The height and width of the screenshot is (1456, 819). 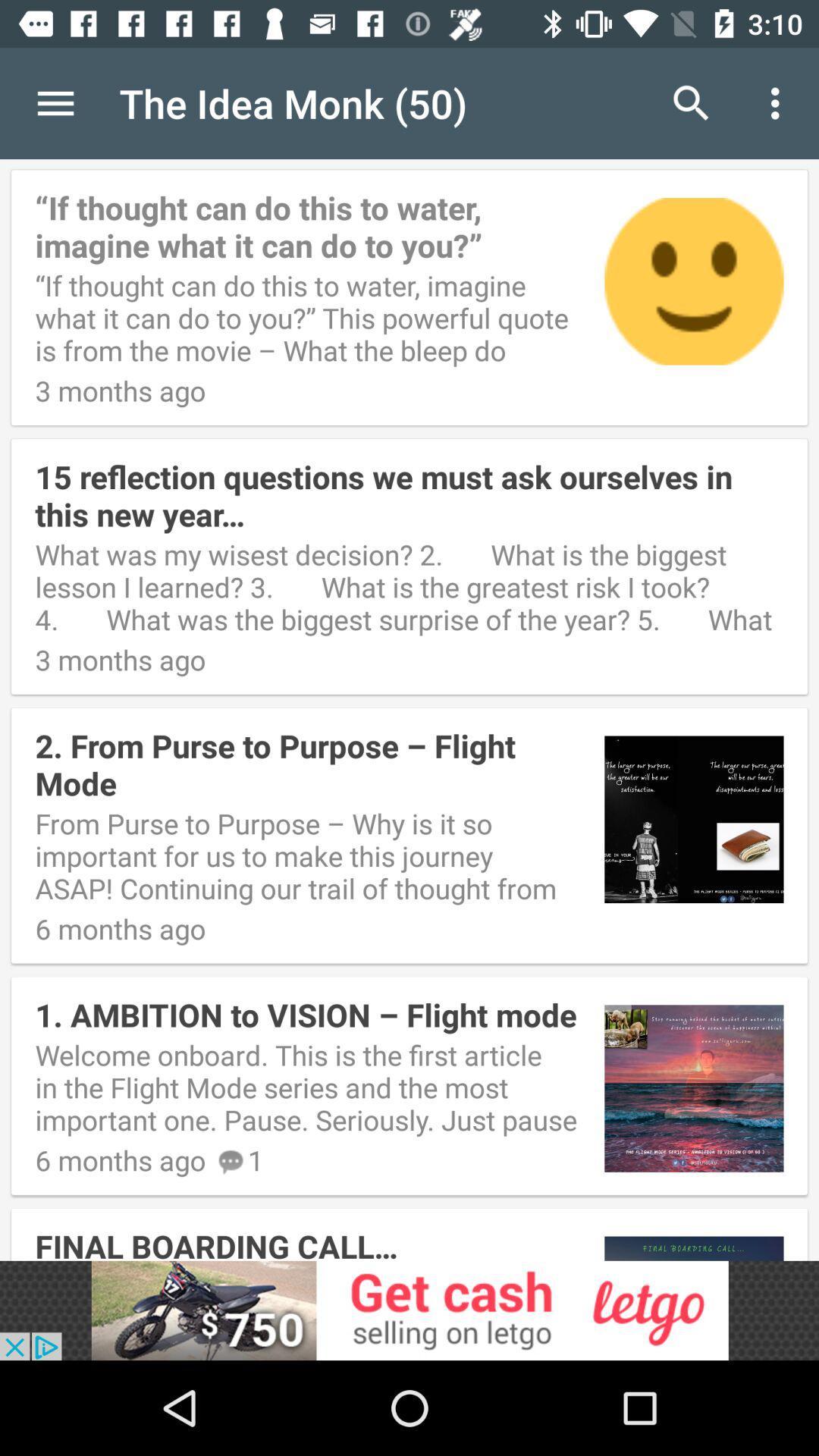 What do you see at coordinates (409, 1310) in the screenshot?
I see `advertisement banner` at bounding box center [409, 1310].